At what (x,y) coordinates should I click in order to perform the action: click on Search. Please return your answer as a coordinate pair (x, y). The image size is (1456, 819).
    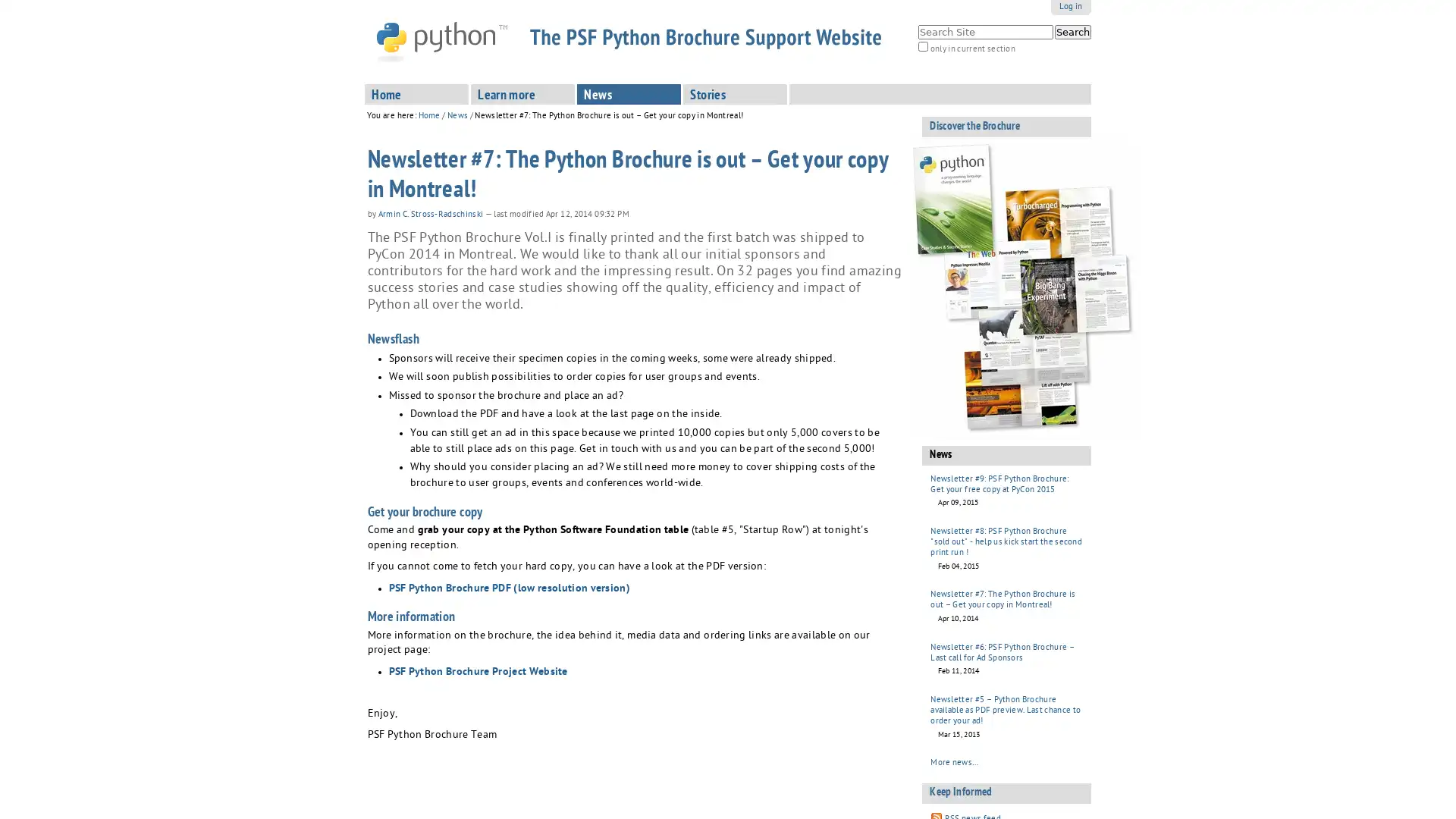
    Looking at the image, I should click on (1072, 32).